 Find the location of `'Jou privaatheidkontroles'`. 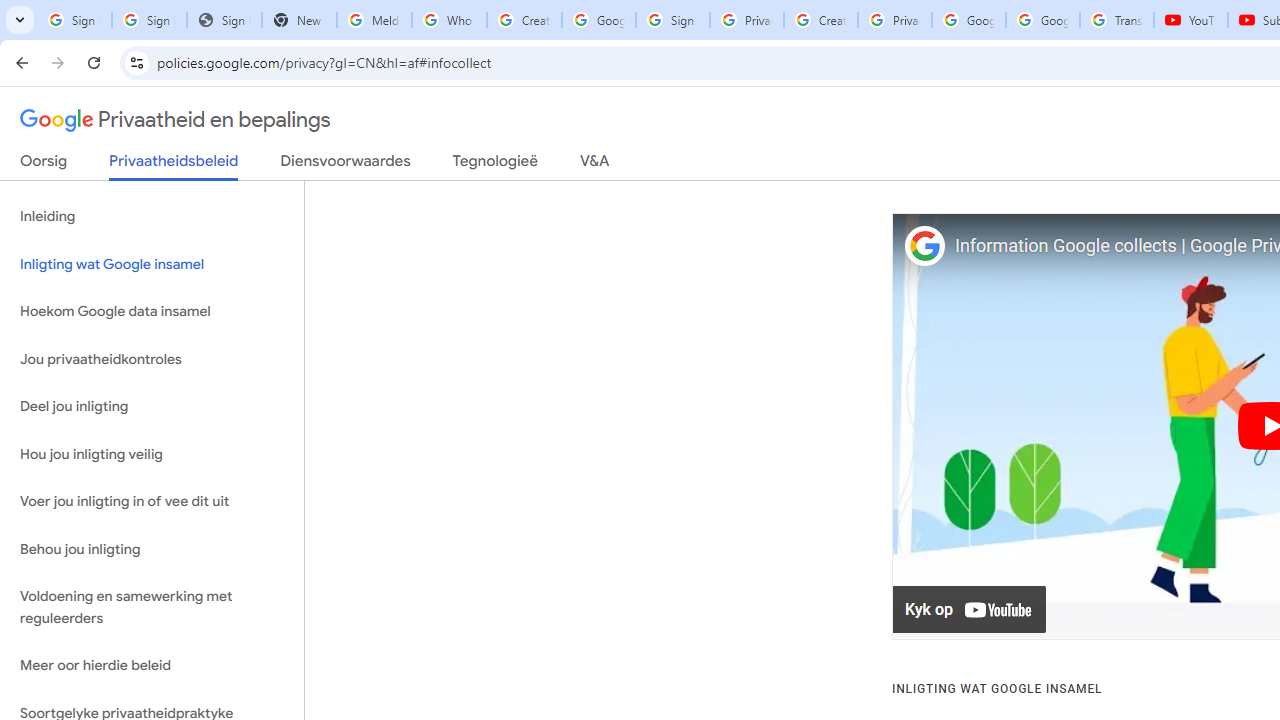

'Jou privaatheidkontroles' is located at coordinates (151, 358).